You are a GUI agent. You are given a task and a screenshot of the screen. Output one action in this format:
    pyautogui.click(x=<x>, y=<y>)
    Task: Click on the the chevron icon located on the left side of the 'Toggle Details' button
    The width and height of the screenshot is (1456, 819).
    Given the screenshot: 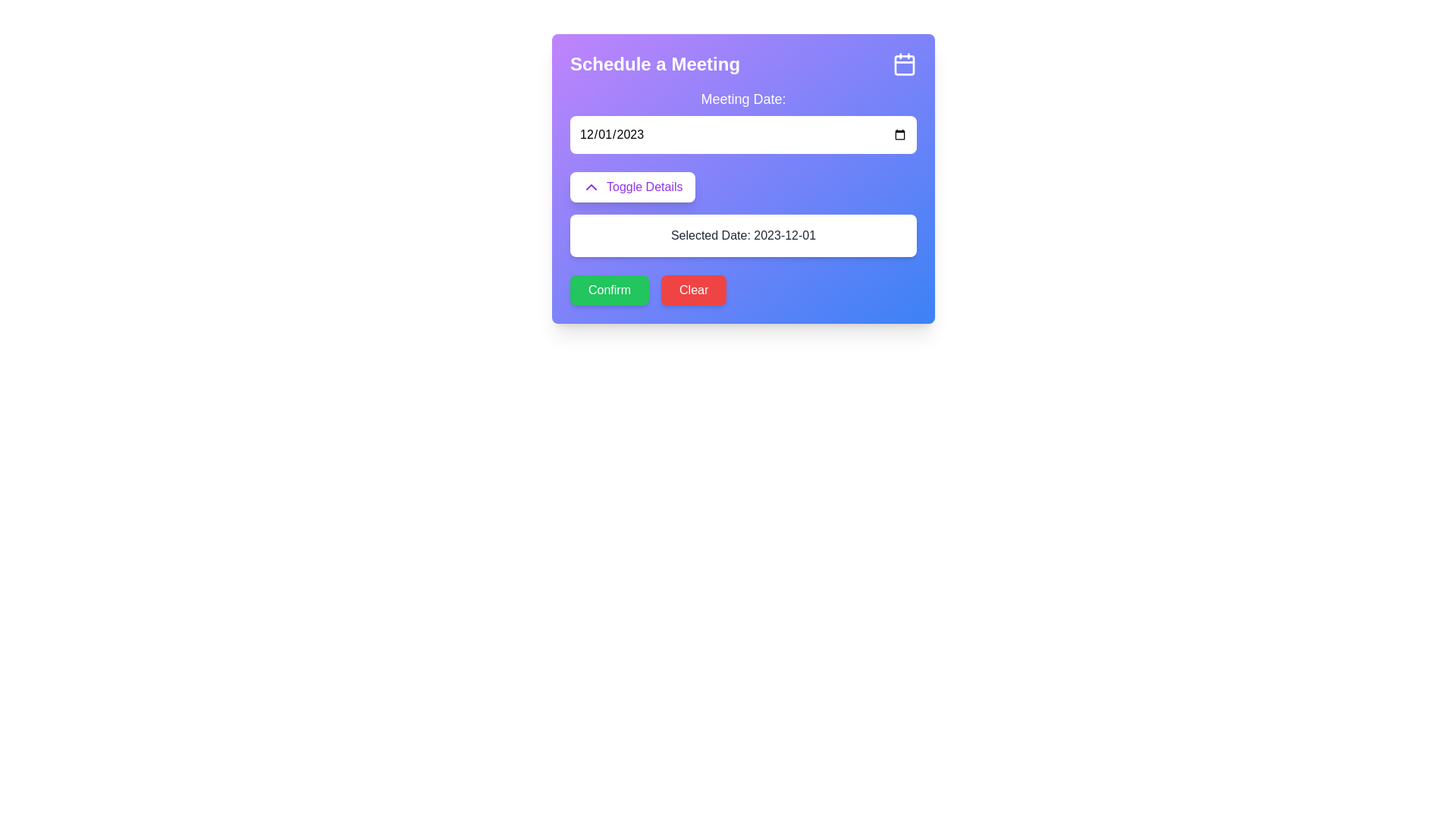 What is the action you would take?
    pyautogui.click(x=590, y=186)
    